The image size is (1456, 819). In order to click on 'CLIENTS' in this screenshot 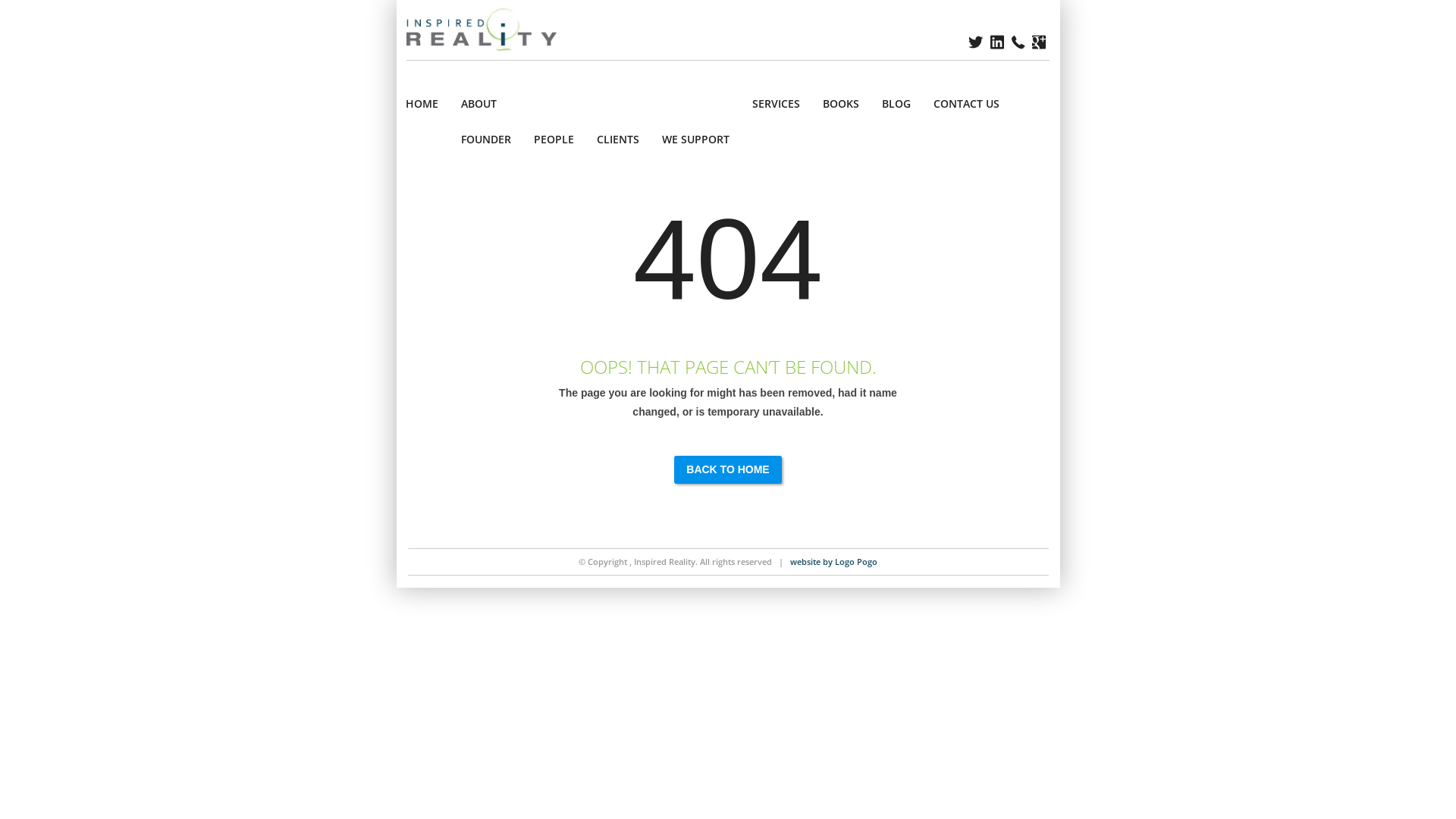, I will do `click(618, 139)`.